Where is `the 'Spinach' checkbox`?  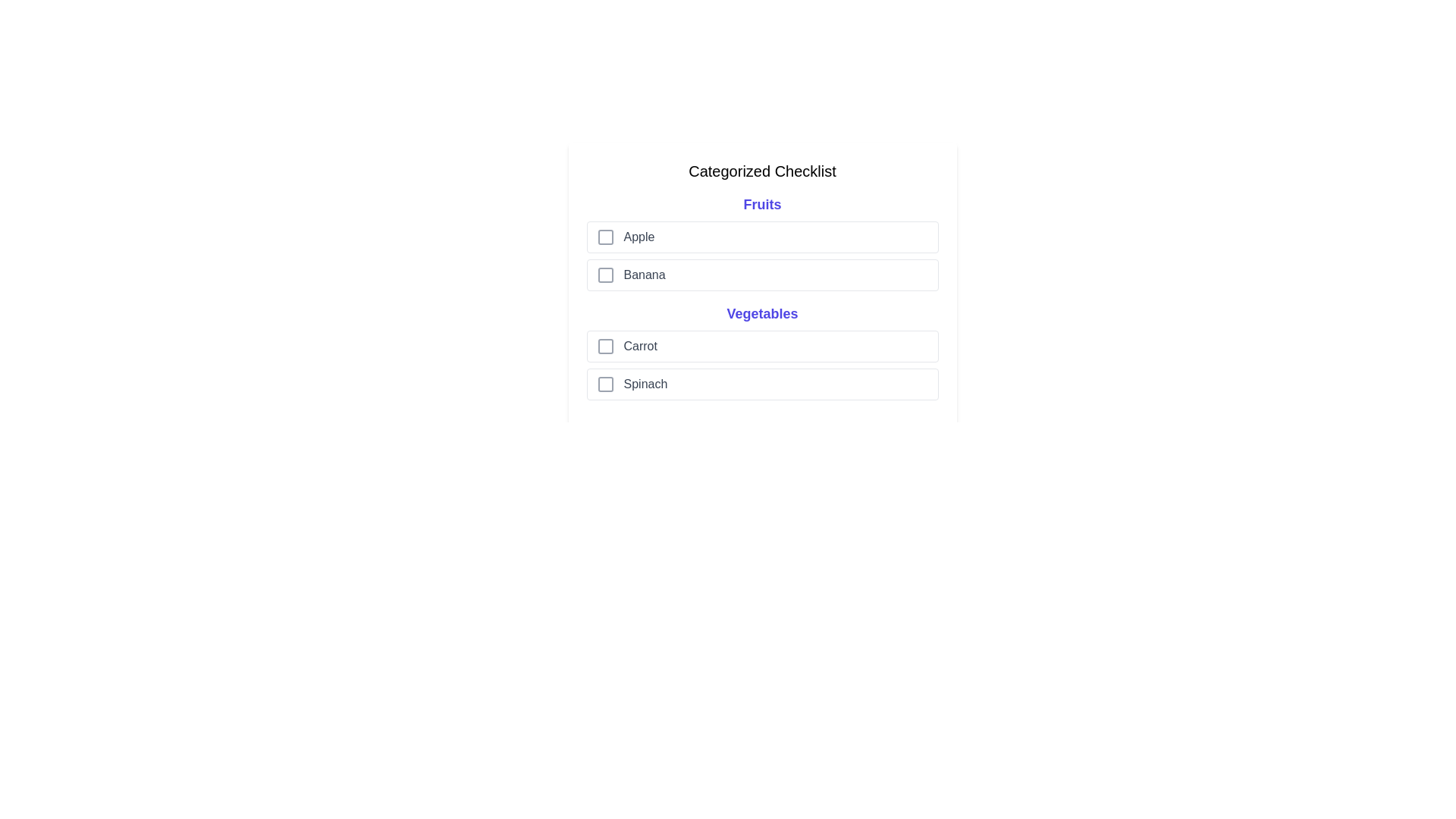
the 'Spinach' checkbox is located at coordinates (604, 383).